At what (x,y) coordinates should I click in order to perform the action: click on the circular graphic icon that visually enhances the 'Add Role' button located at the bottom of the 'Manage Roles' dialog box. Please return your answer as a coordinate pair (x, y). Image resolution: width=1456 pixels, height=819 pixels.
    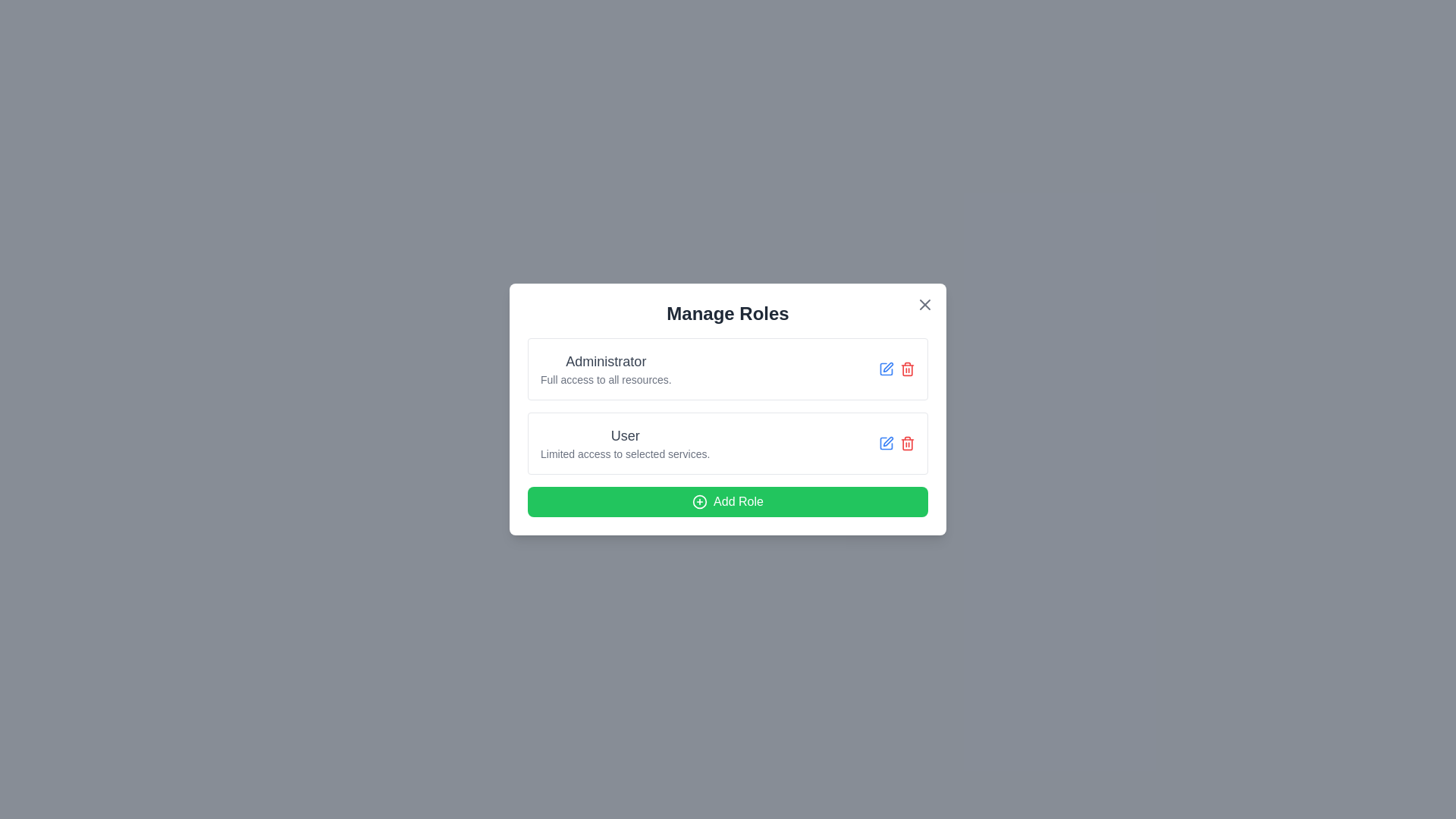
    Looking at the image, I should click on (699, 502).